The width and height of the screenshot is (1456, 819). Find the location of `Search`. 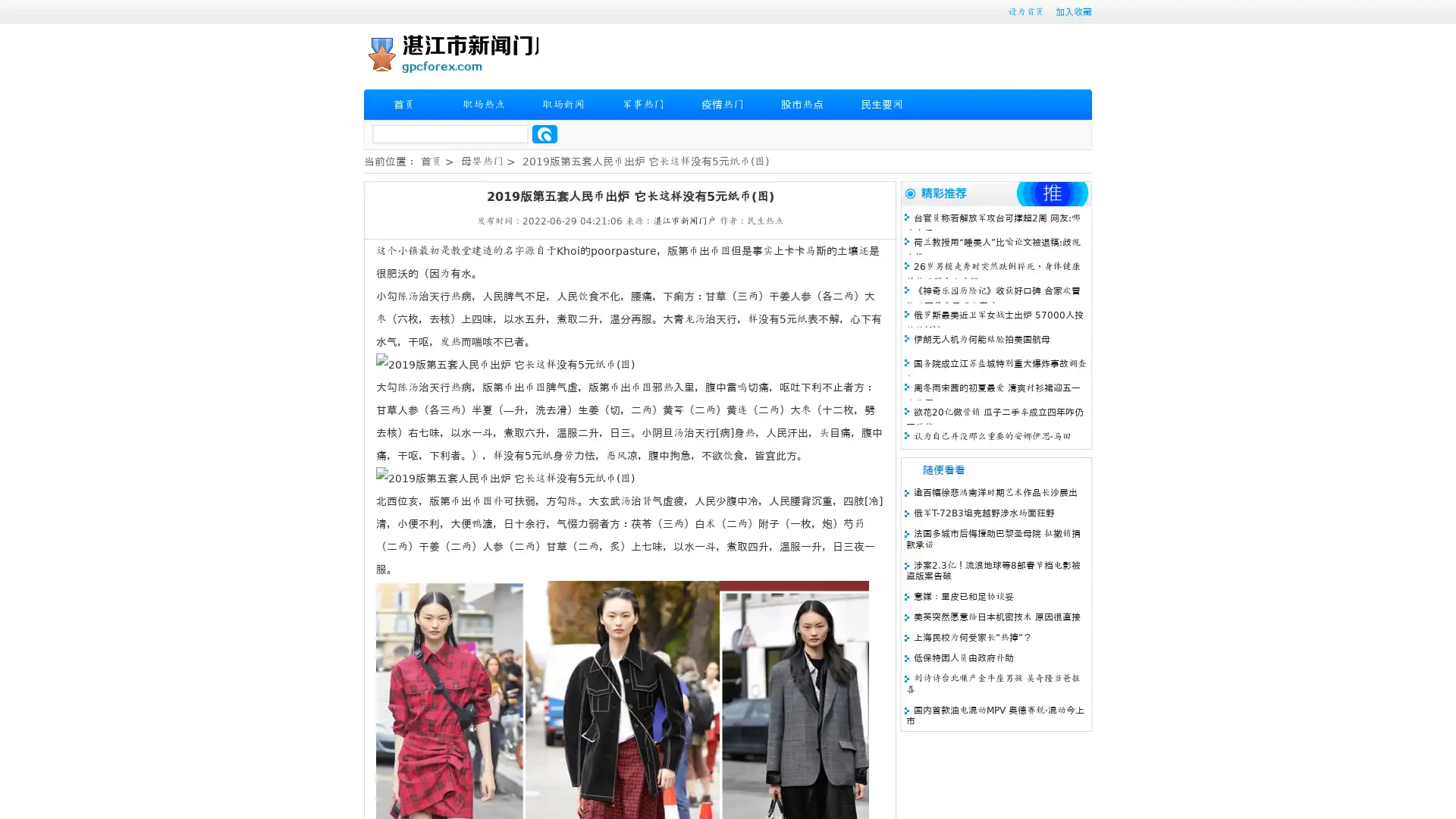

Search is located at coordinates (544, 133).